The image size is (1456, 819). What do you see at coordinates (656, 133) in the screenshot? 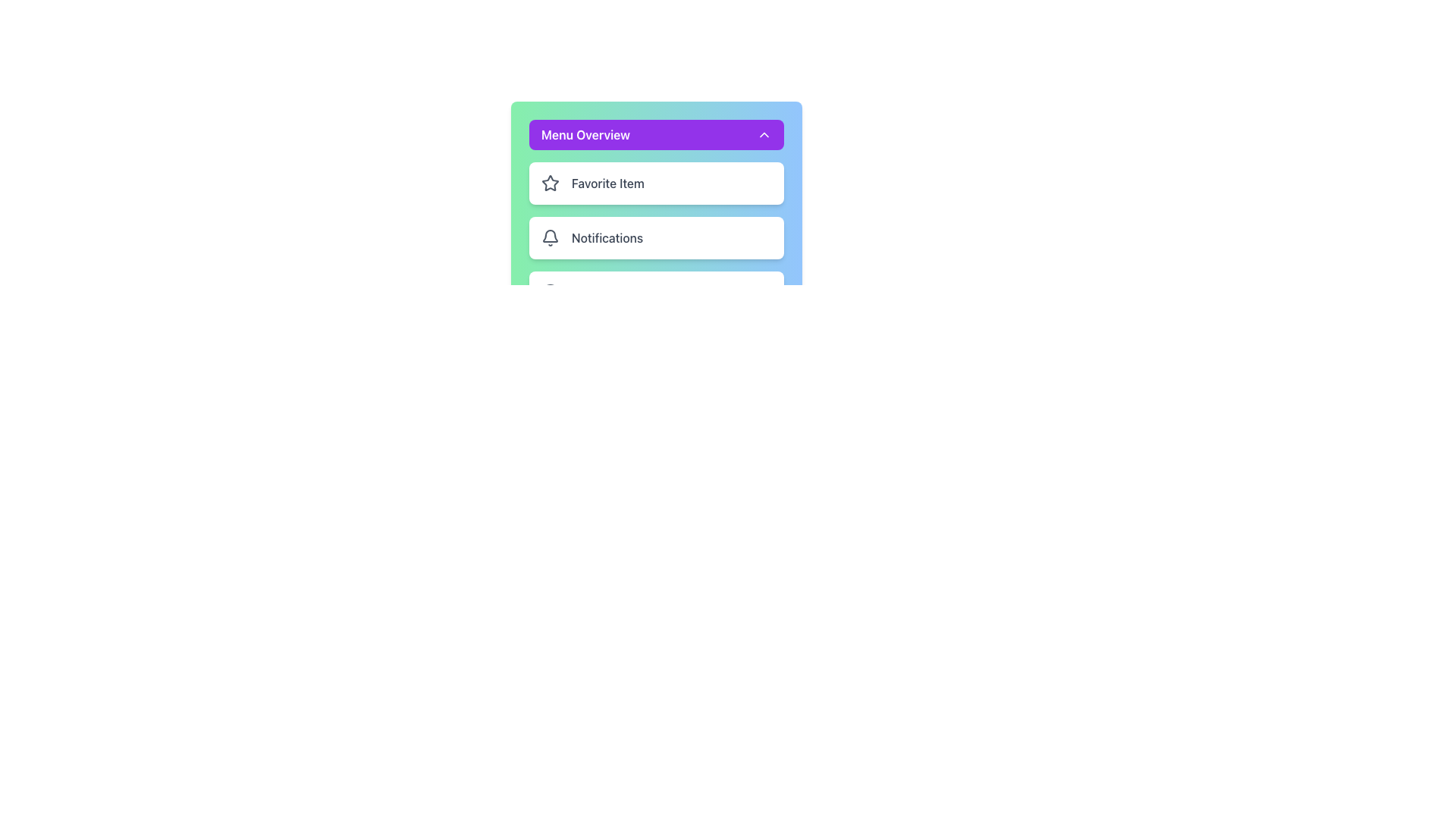
I see `the Dropdown toggle button located at the top of the menu` at bounding box center [656, 133].